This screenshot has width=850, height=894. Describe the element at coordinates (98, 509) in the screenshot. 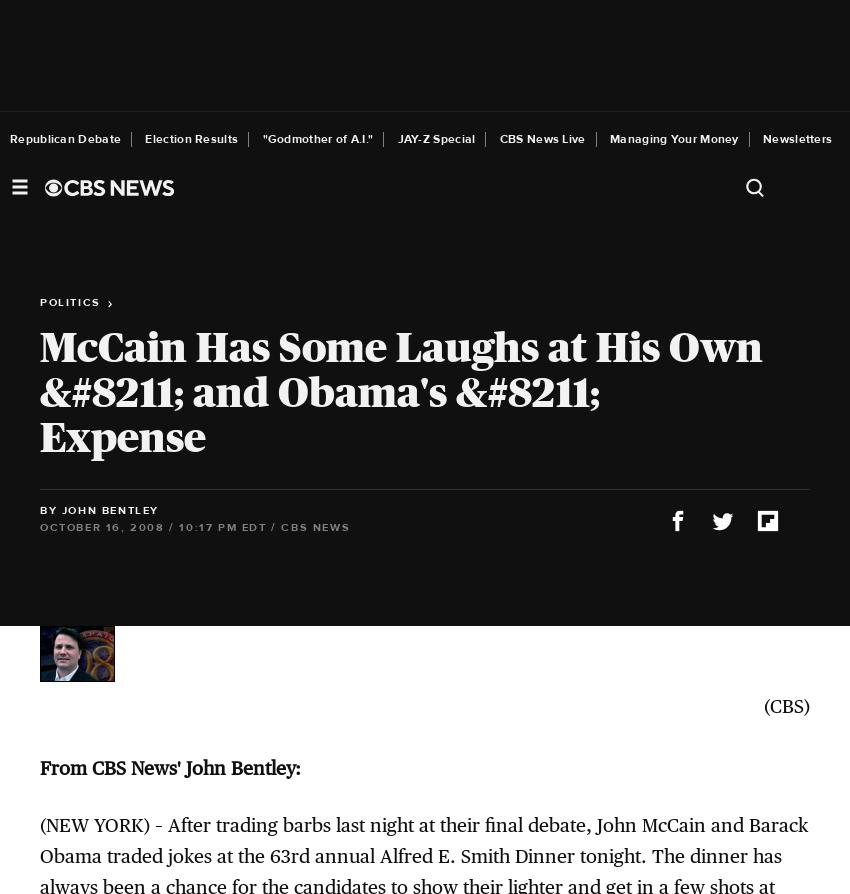

I see `'By John Bentley'` at that location.